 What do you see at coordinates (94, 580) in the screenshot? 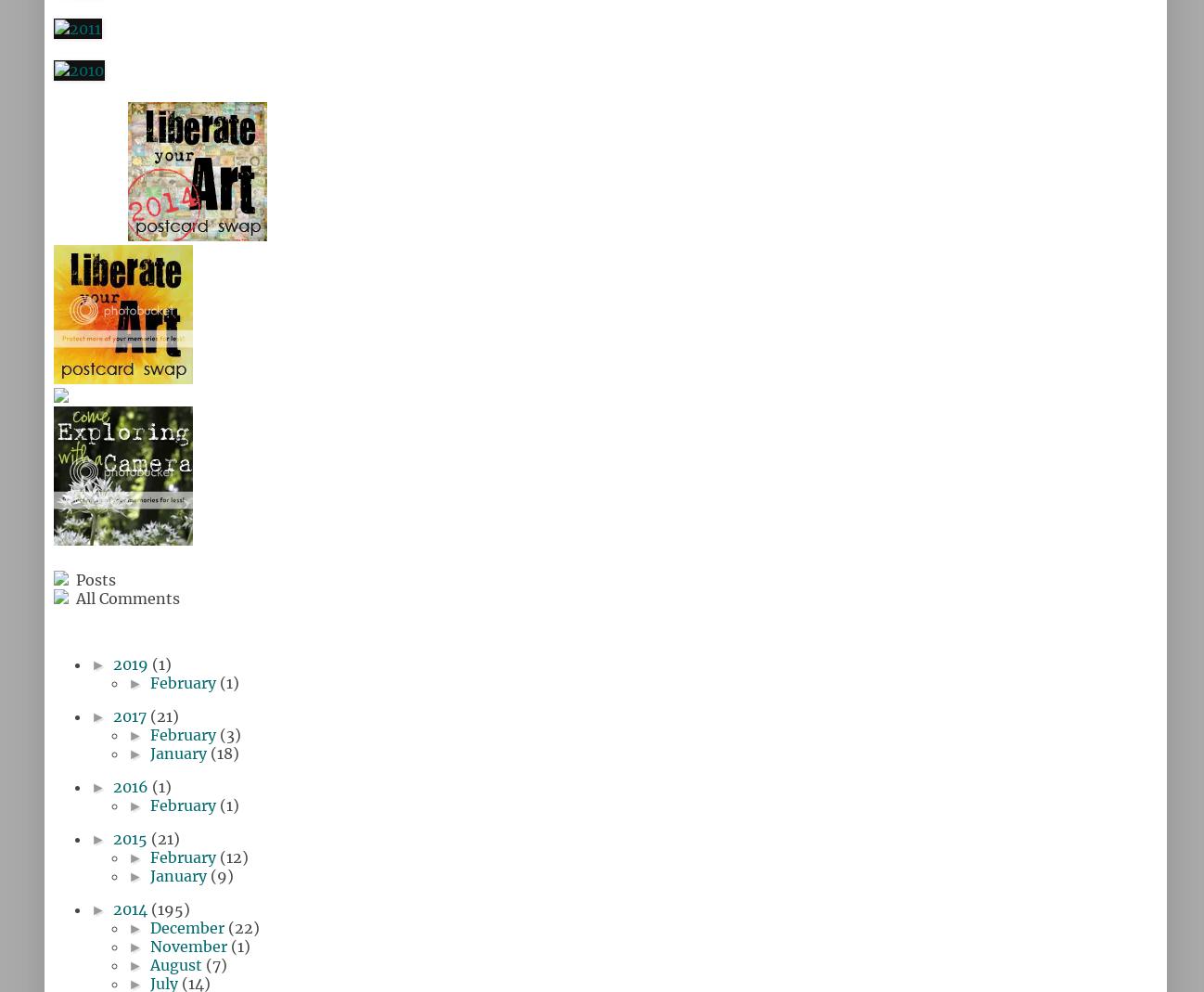
I see `'Posts'` at bounding box center [94, 580].